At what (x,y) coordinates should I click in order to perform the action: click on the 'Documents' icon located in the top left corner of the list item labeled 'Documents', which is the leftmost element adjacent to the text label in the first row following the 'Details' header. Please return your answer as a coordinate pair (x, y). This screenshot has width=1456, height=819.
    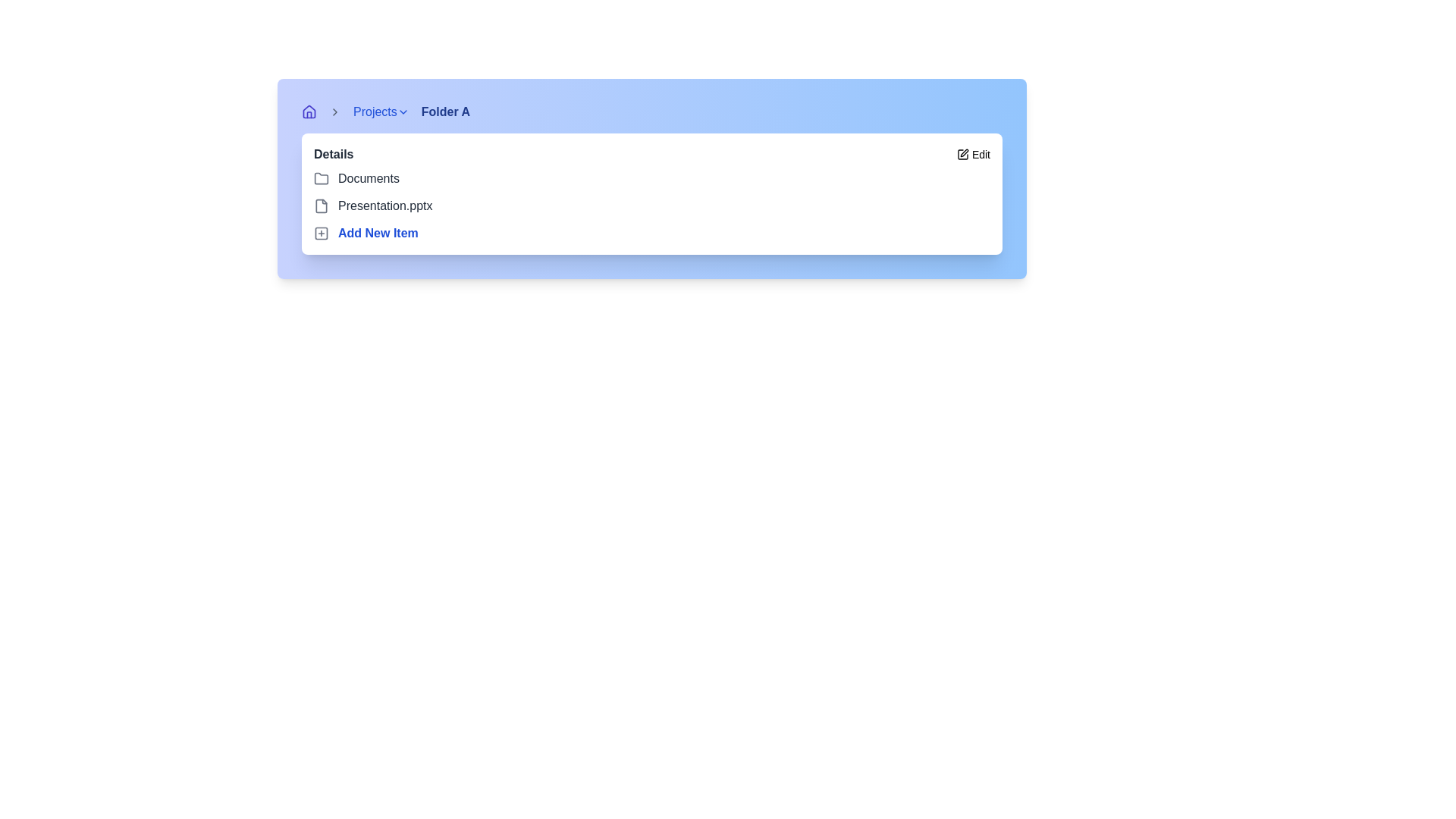
    Looking at the image, I should click on (320, 177).